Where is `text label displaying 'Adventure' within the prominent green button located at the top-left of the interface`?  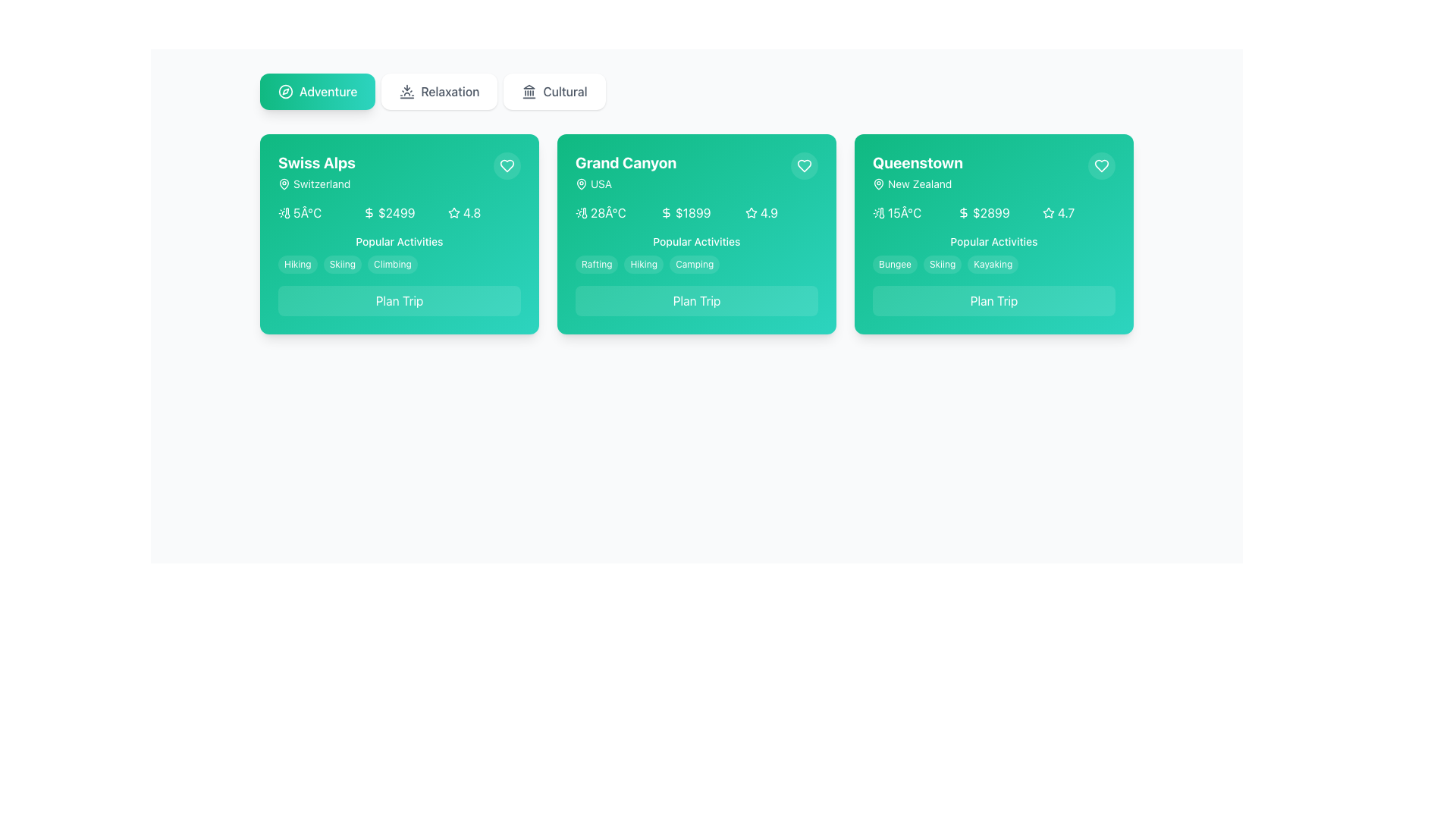 text label displaying 'Adventure' within the prominent green button located at the top-left of the interface is located at coordinates (328, 91).